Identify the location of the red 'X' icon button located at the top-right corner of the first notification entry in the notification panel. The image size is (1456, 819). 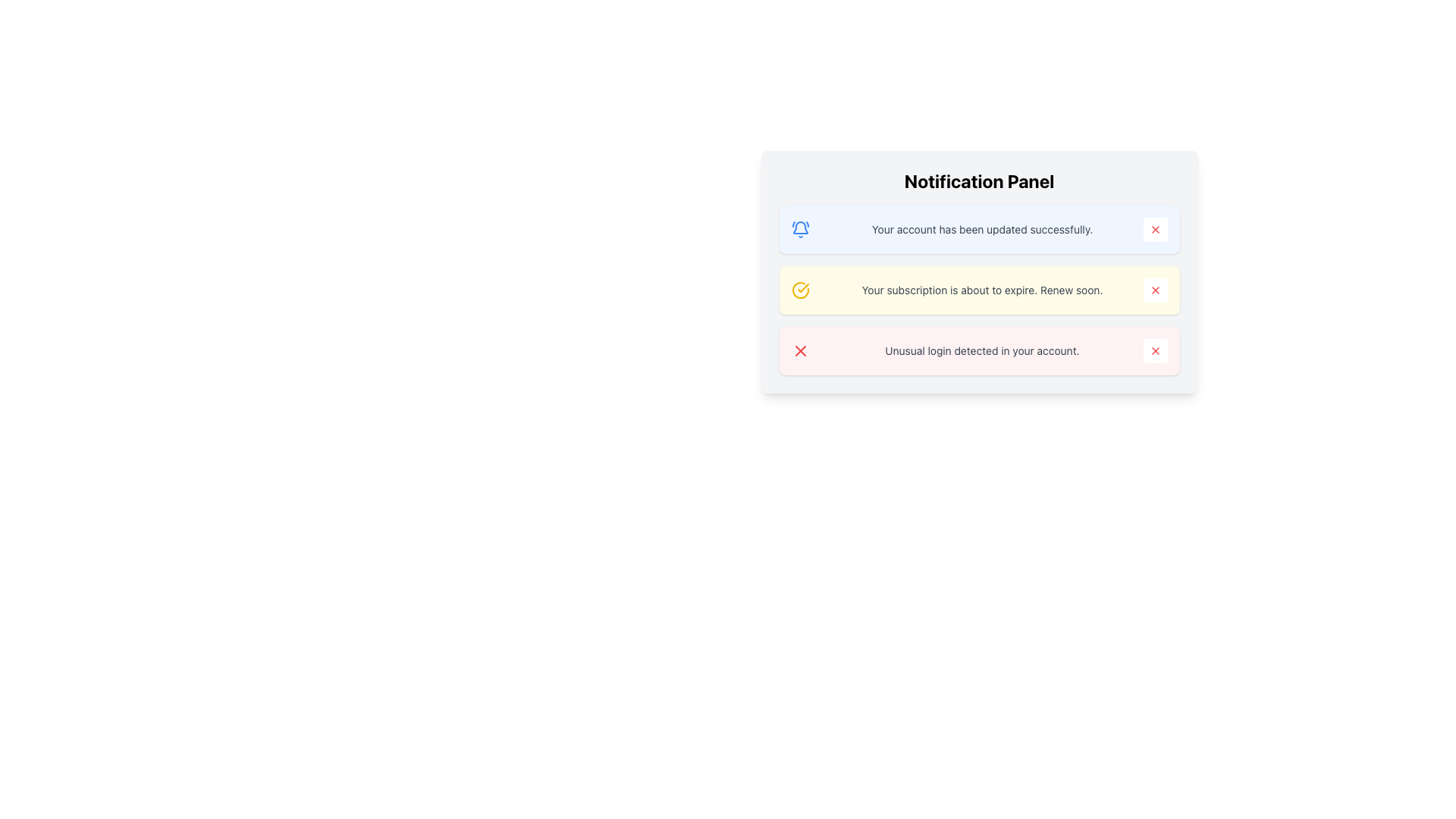
(1154, 230).